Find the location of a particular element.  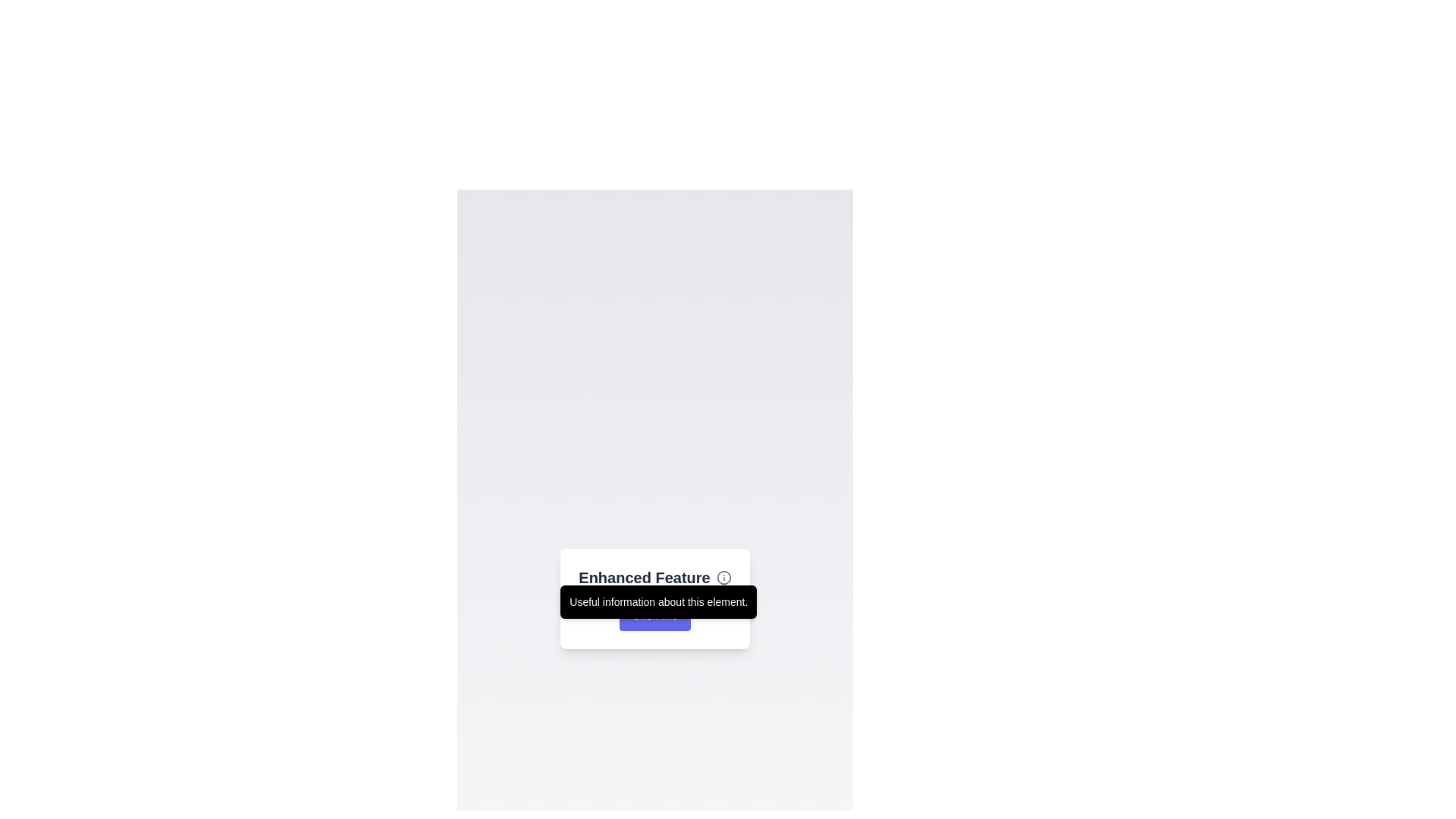

the small circular icon with a gray border and hollow interior located to the right of the 'Enhanced Feature' text is located at coordinates (723, 578).